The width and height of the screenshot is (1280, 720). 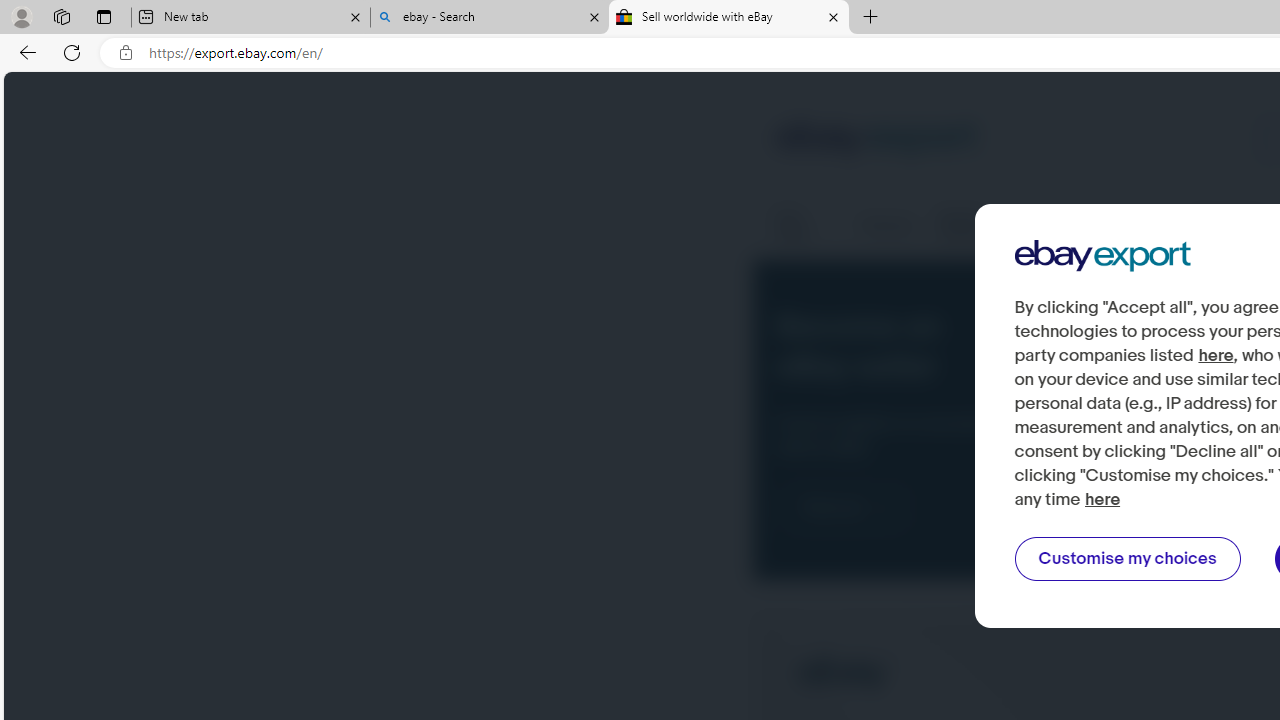 I want to click on 'Customise my choices', so click(x=1127, y=559).